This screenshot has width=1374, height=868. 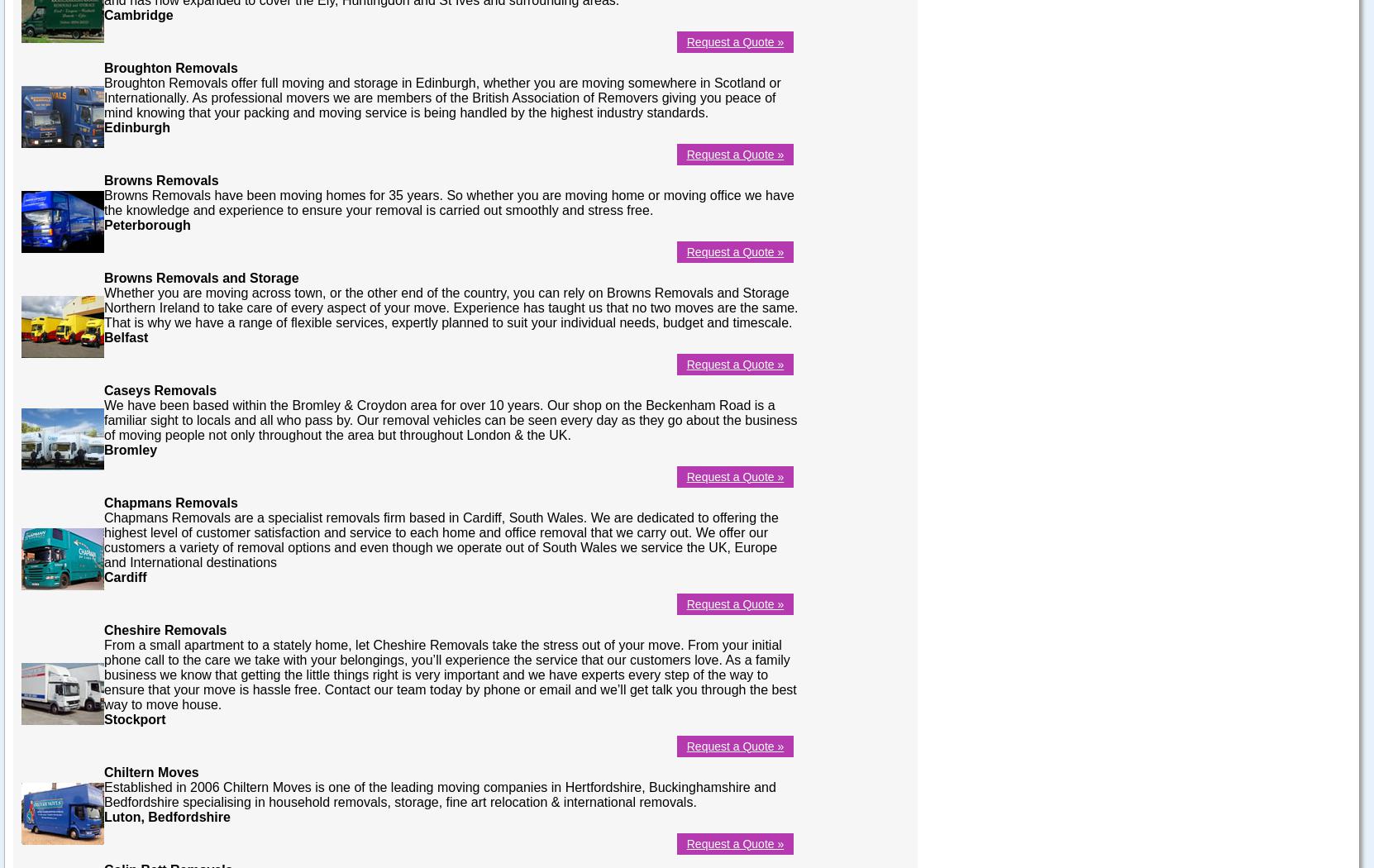 I want to click on 'Cardiff', so click(x=103, y=576).